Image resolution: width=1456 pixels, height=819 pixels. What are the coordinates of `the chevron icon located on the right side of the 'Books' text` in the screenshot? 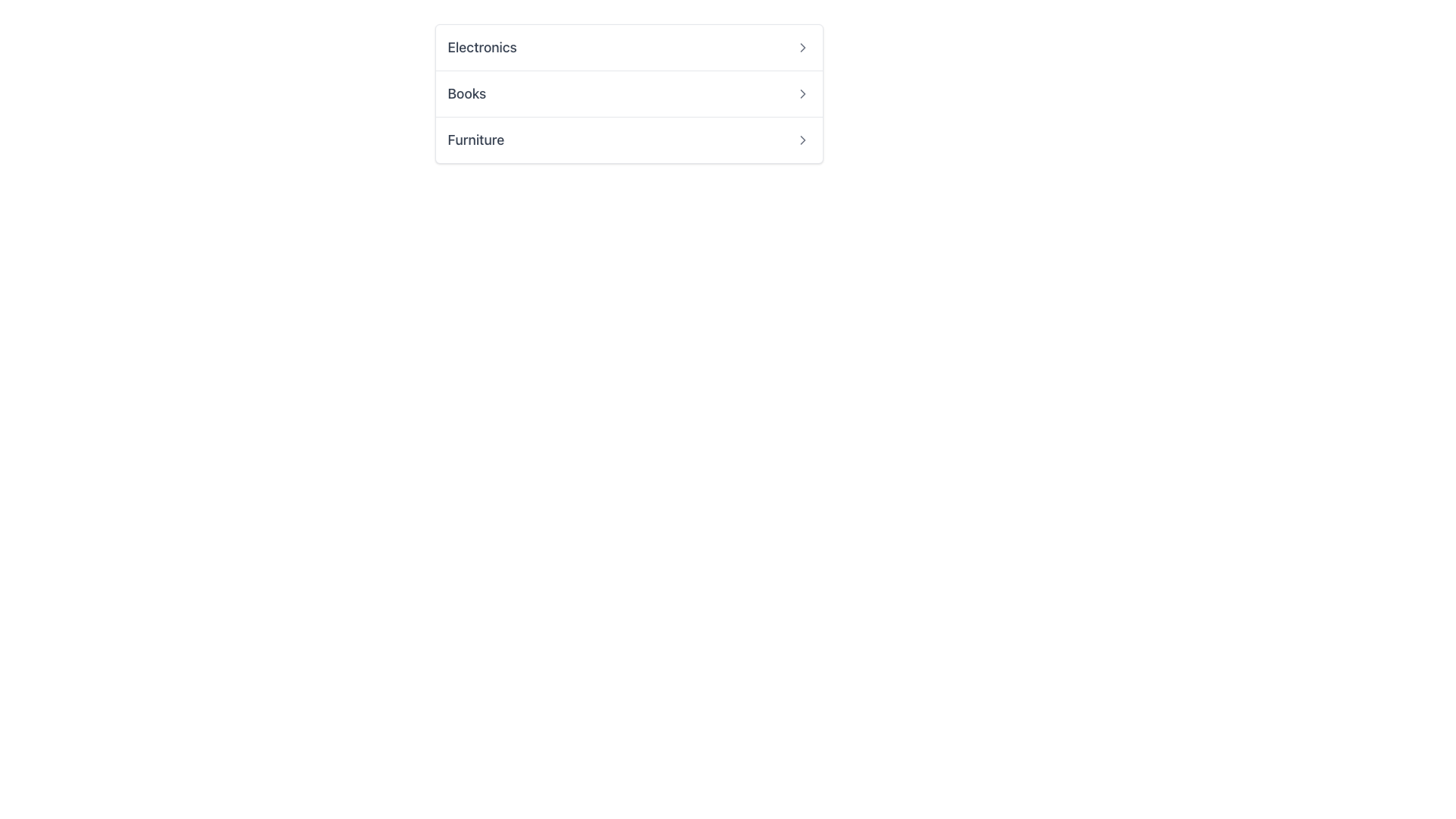 It's located at (802, 93).